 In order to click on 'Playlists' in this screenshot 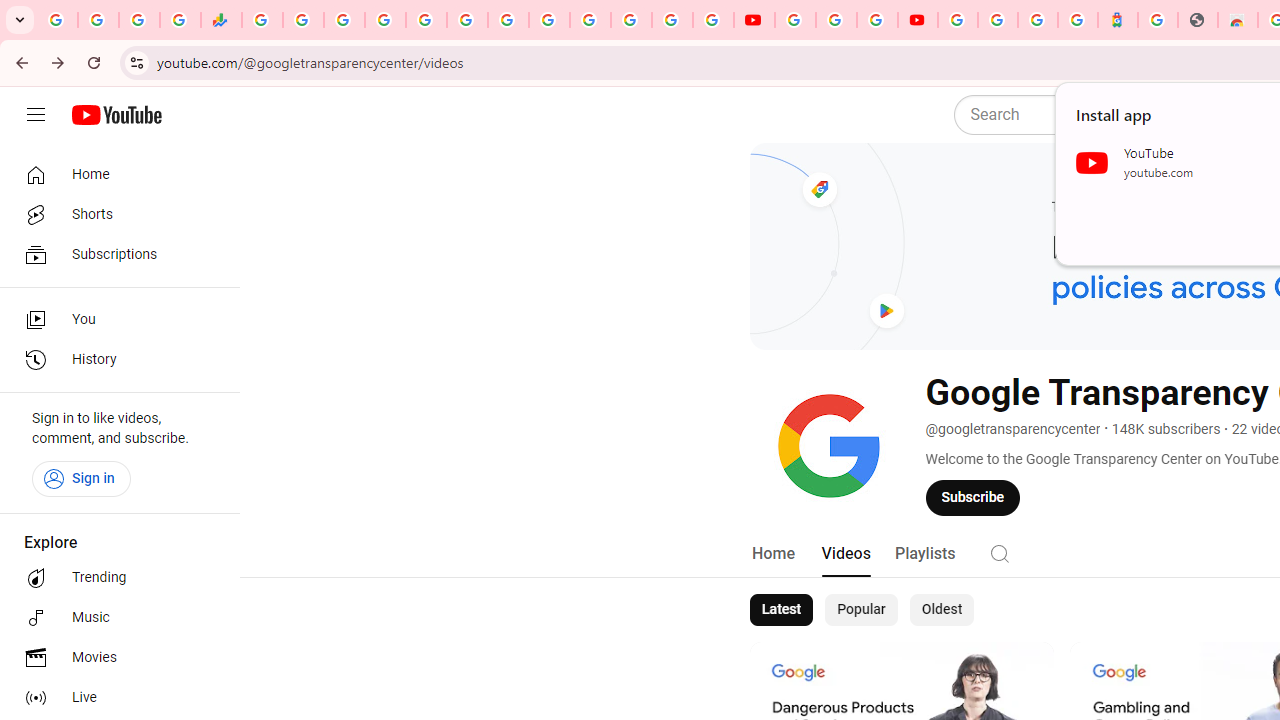, I will do `click(923, 553)`.